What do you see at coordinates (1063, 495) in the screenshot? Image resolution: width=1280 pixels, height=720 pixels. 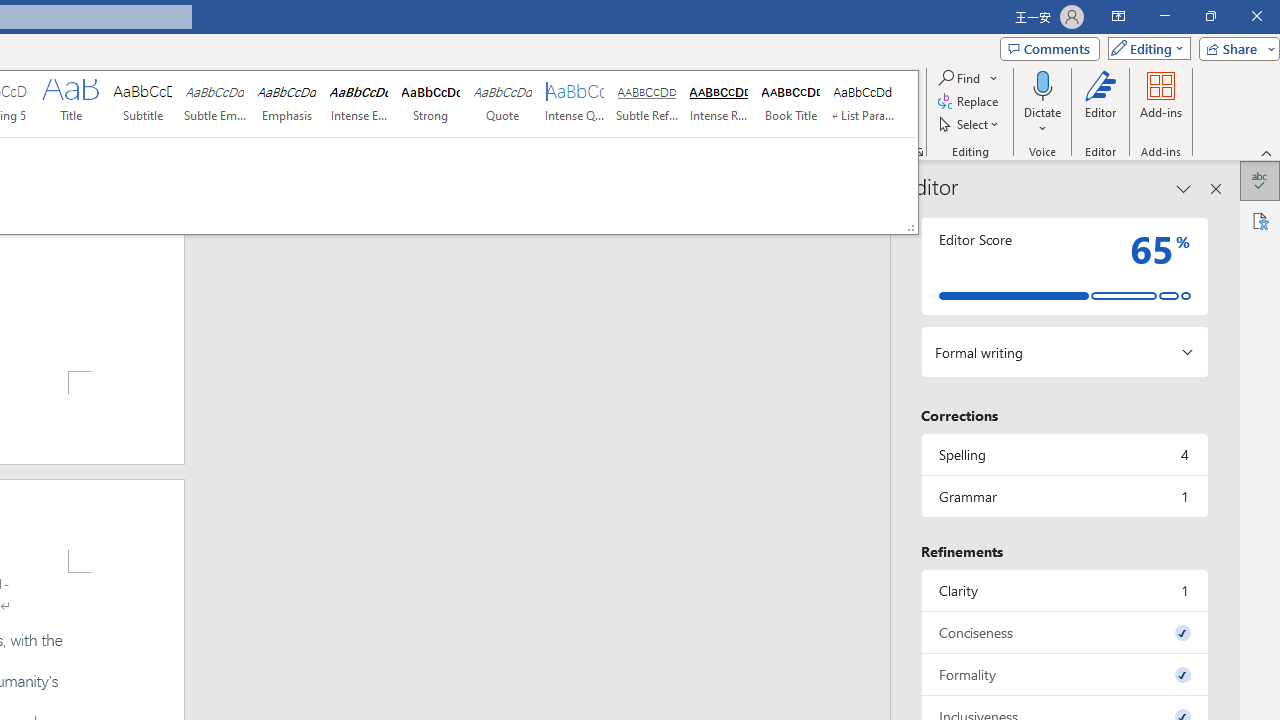 I see `'Grammar, 1 issue. Press space or enter to review items.'` at bounding box center [1063, 495].